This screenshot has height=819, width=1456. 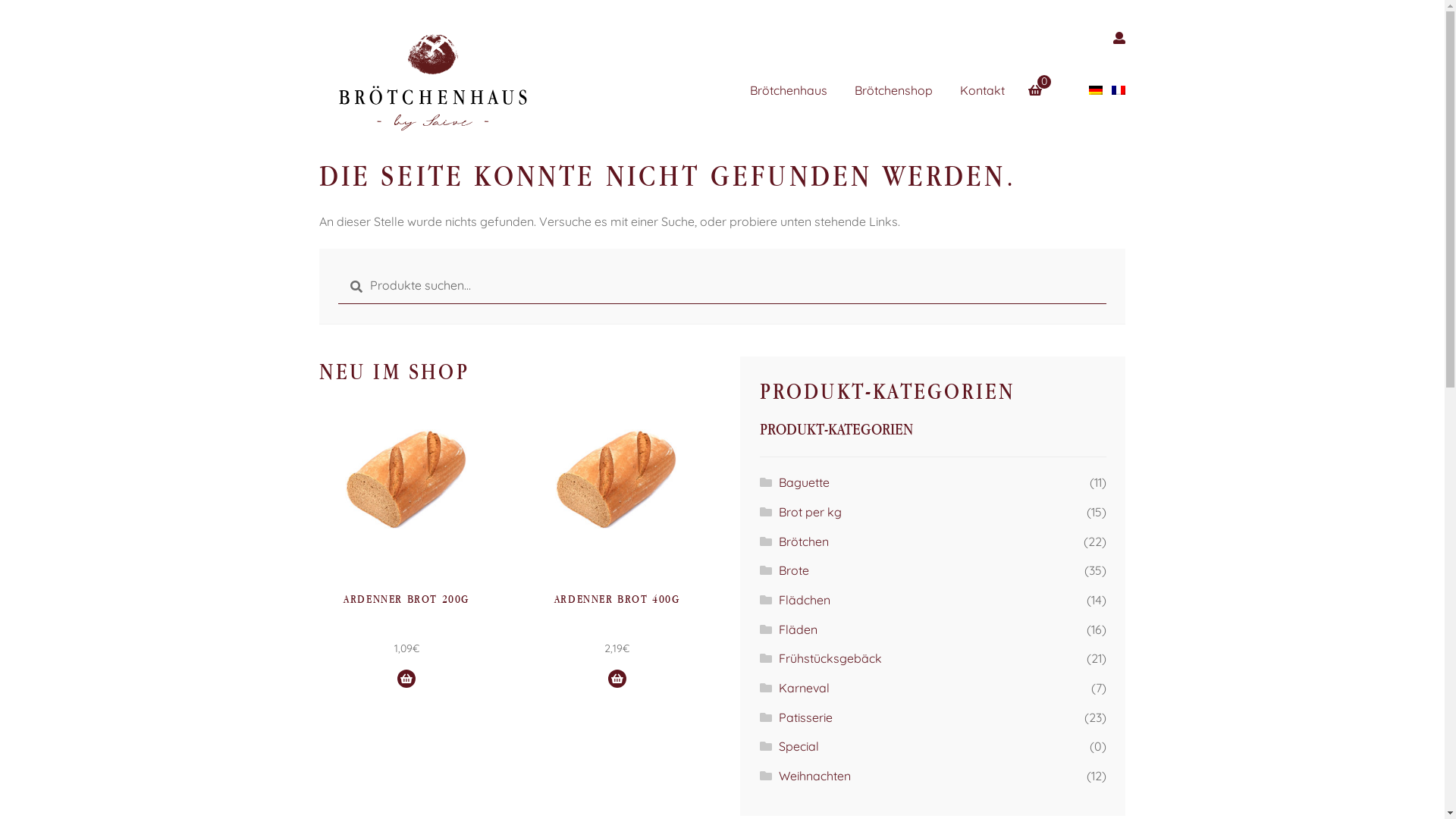 What do you see at coordinates (318, 24) in the screenshot?
I see `'Zur Navigation springen'` at bounding box center [318, 24].